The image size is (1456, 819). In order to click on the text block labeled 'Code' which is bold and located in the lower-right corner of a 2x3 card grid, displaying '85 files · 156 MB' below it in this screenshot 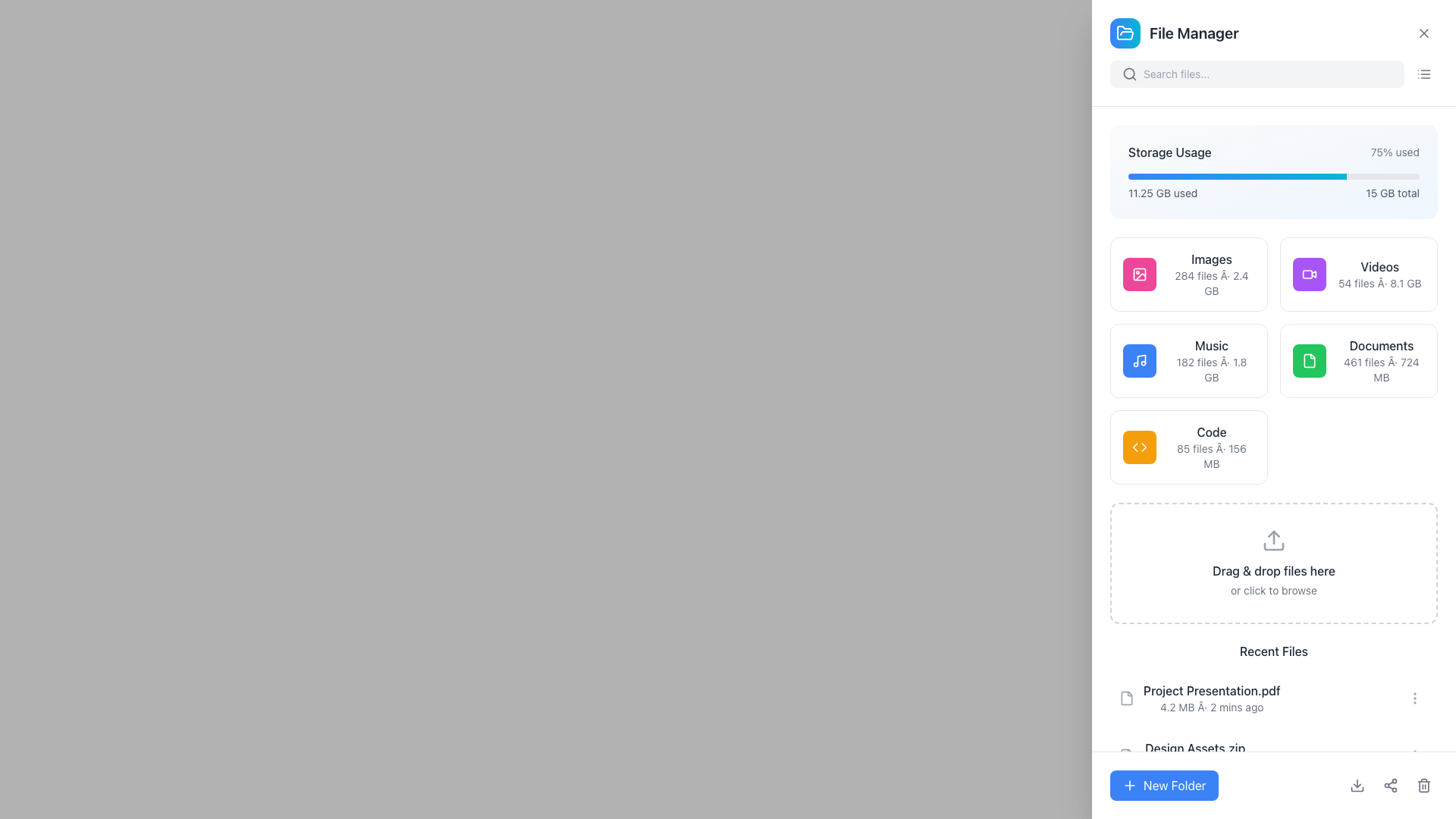, I will do `click(1211, 447)`.